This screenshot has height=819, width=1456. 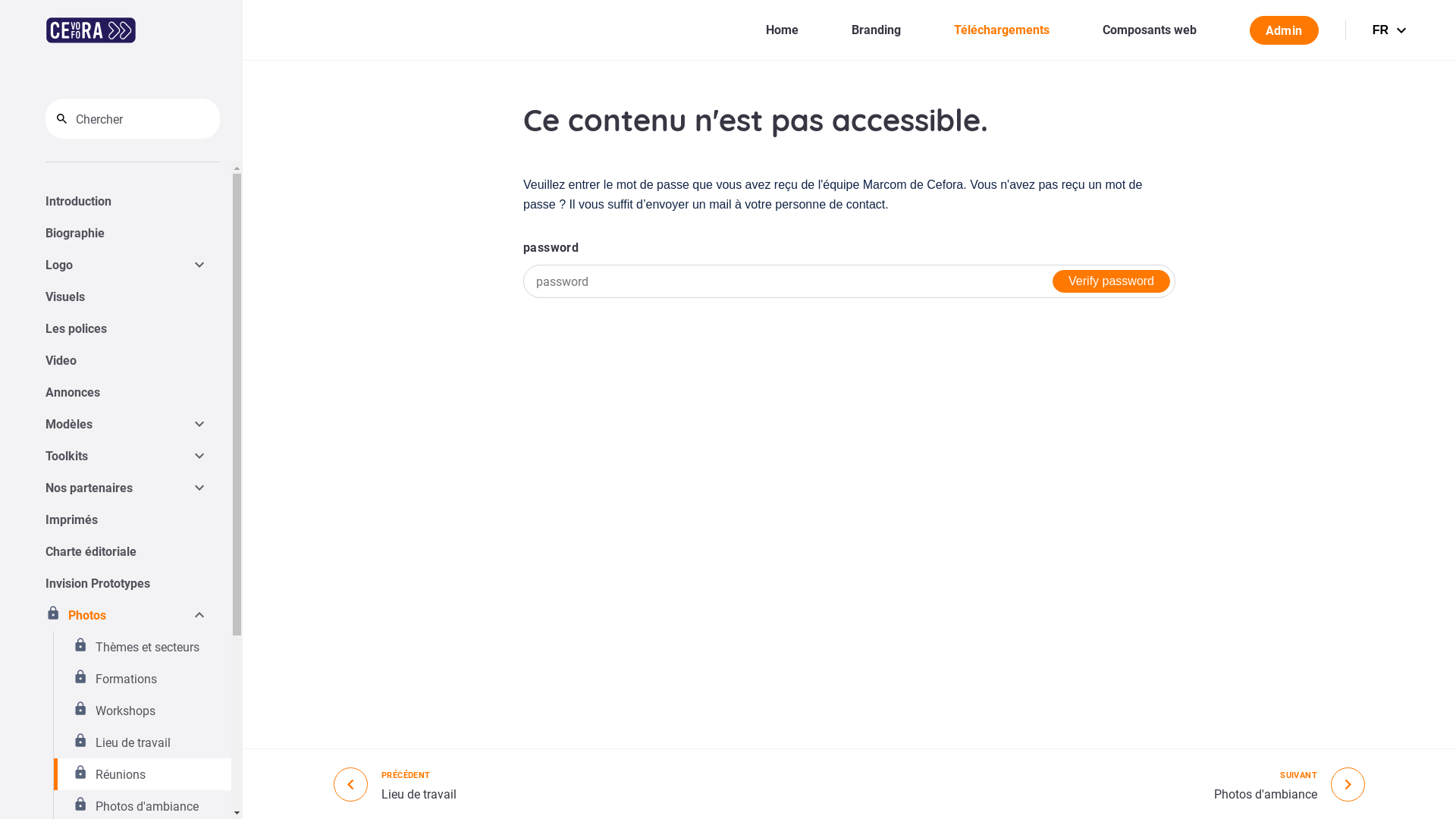 I want to click on 'Biographie', so click(x=127, y=233).